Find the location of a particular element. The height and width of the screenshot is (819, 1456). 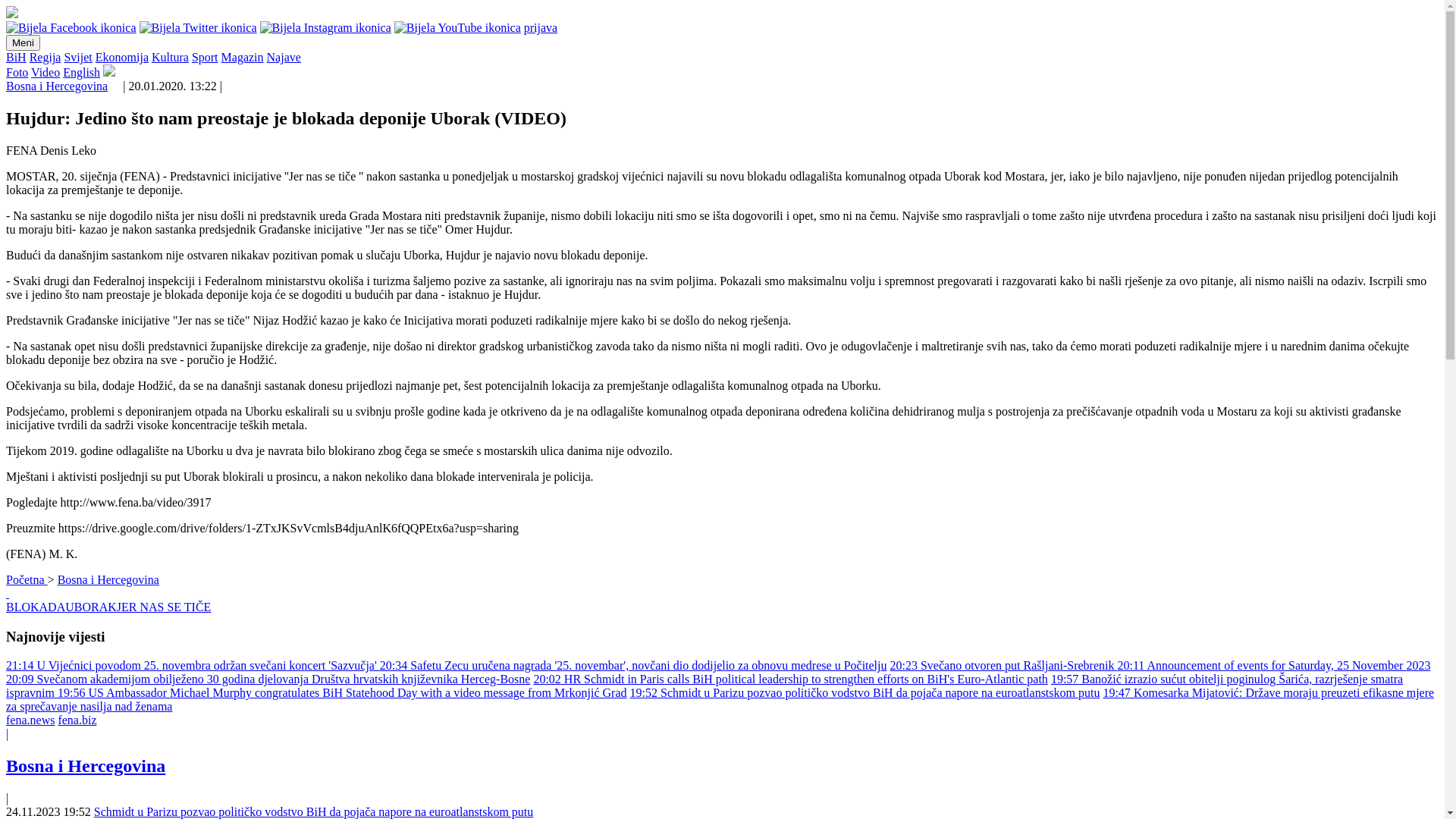

'fena.biz' is located at coordinates (76, 719).